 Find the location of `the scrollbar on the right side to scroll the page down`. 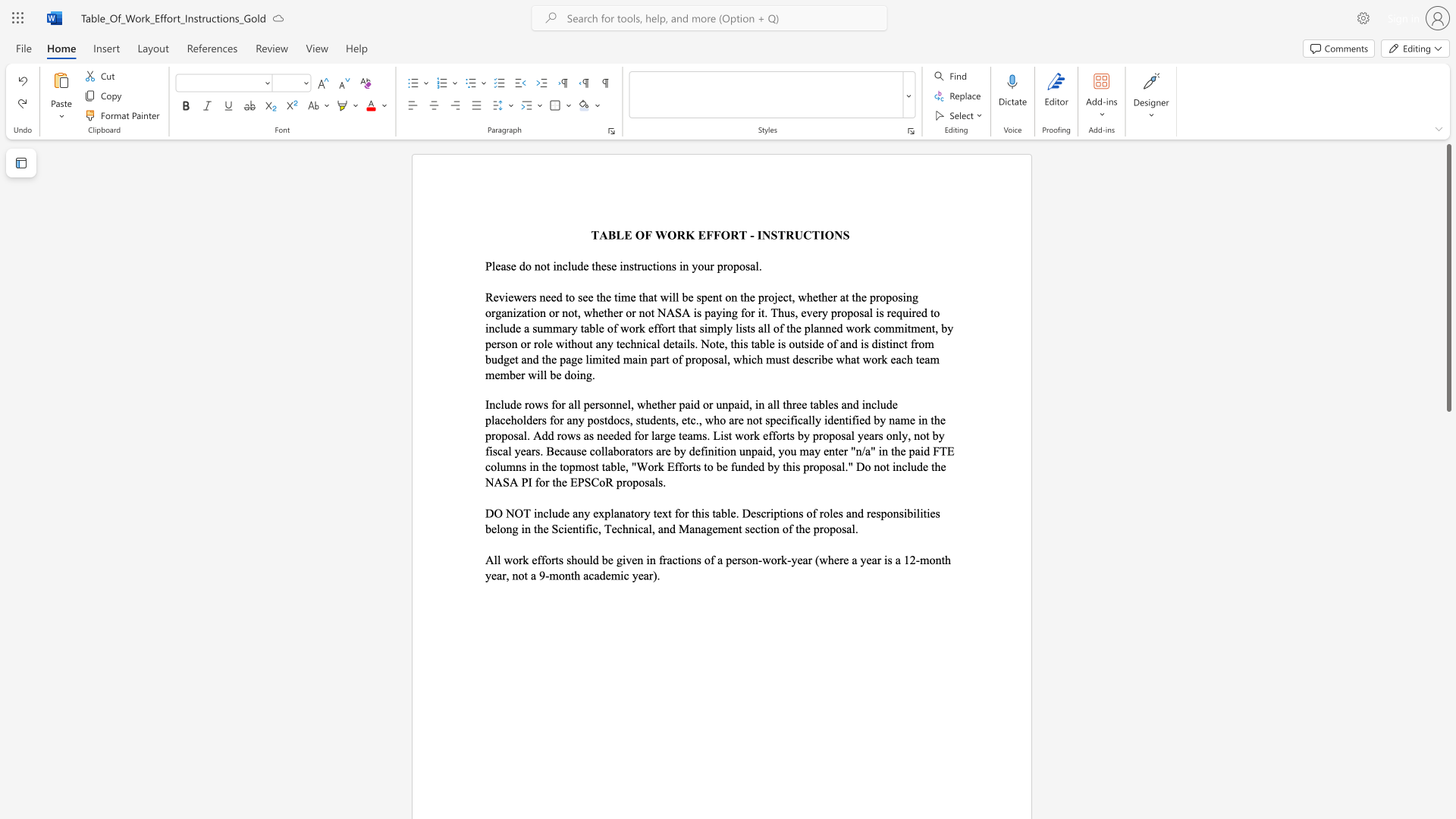

the scrollbar on the right side to scroll the page down is located at coordinates (1448, 605).